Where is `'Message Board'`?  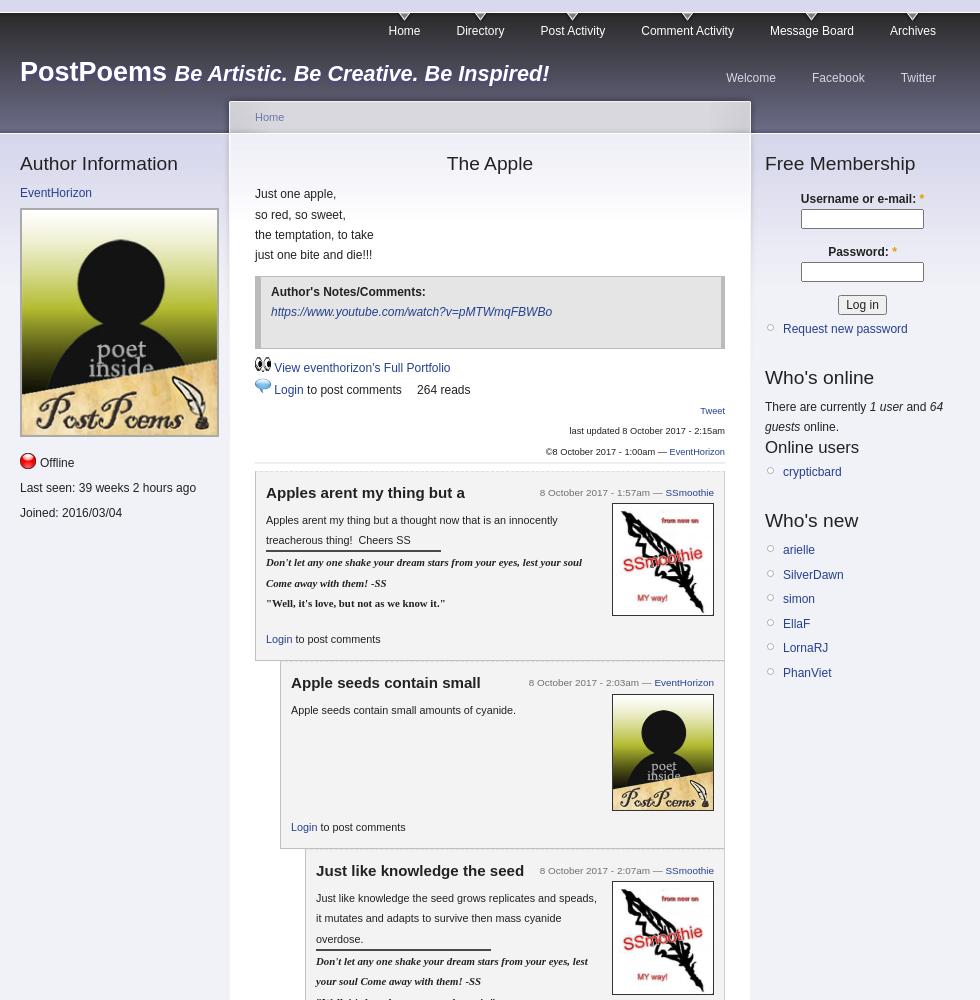
'Message Board' is located at coordinates (811, 31).